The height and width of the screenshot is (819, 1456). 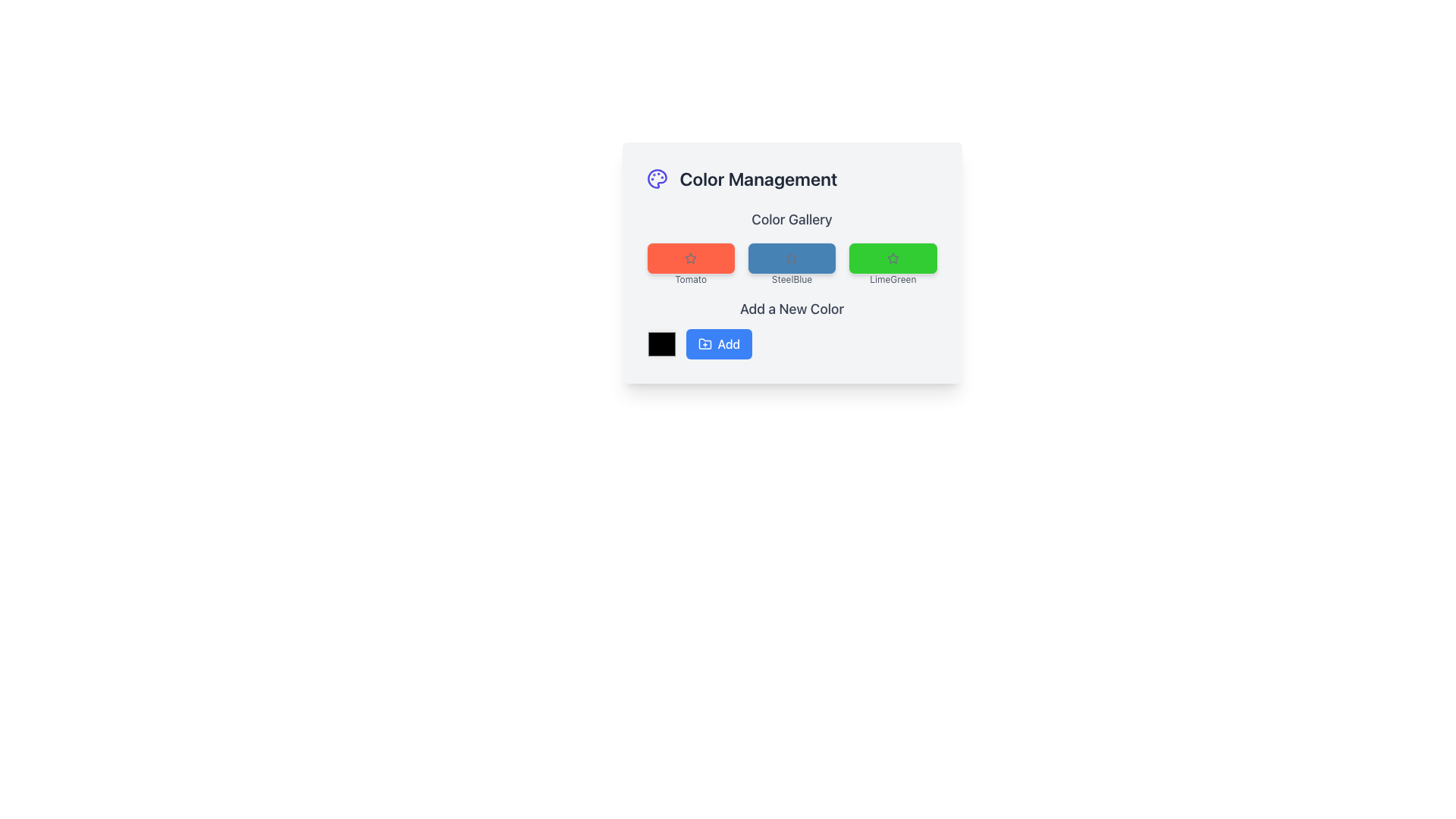 I want to click on the leftmost color picker input control, so click(x=661, y=344).